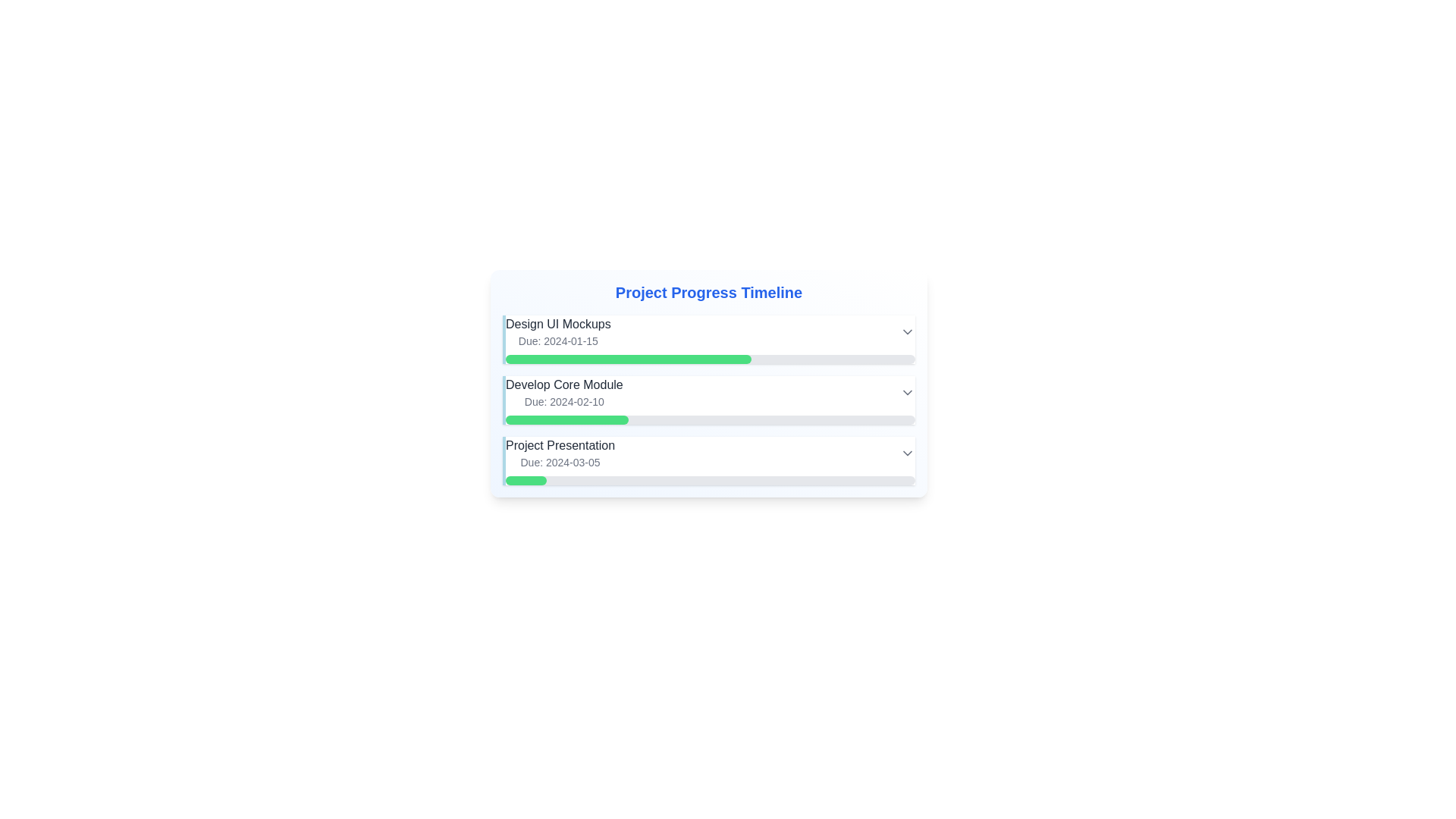 The height and width of the screenshot is (819, 1456). Describe the element at coordinates (709, 480) in the screenshot. I see `the progress bar located below the text 'Project Presentation Due: 2024-03-05', which has a gray background and a green-filled section, indicating progress` at that location.